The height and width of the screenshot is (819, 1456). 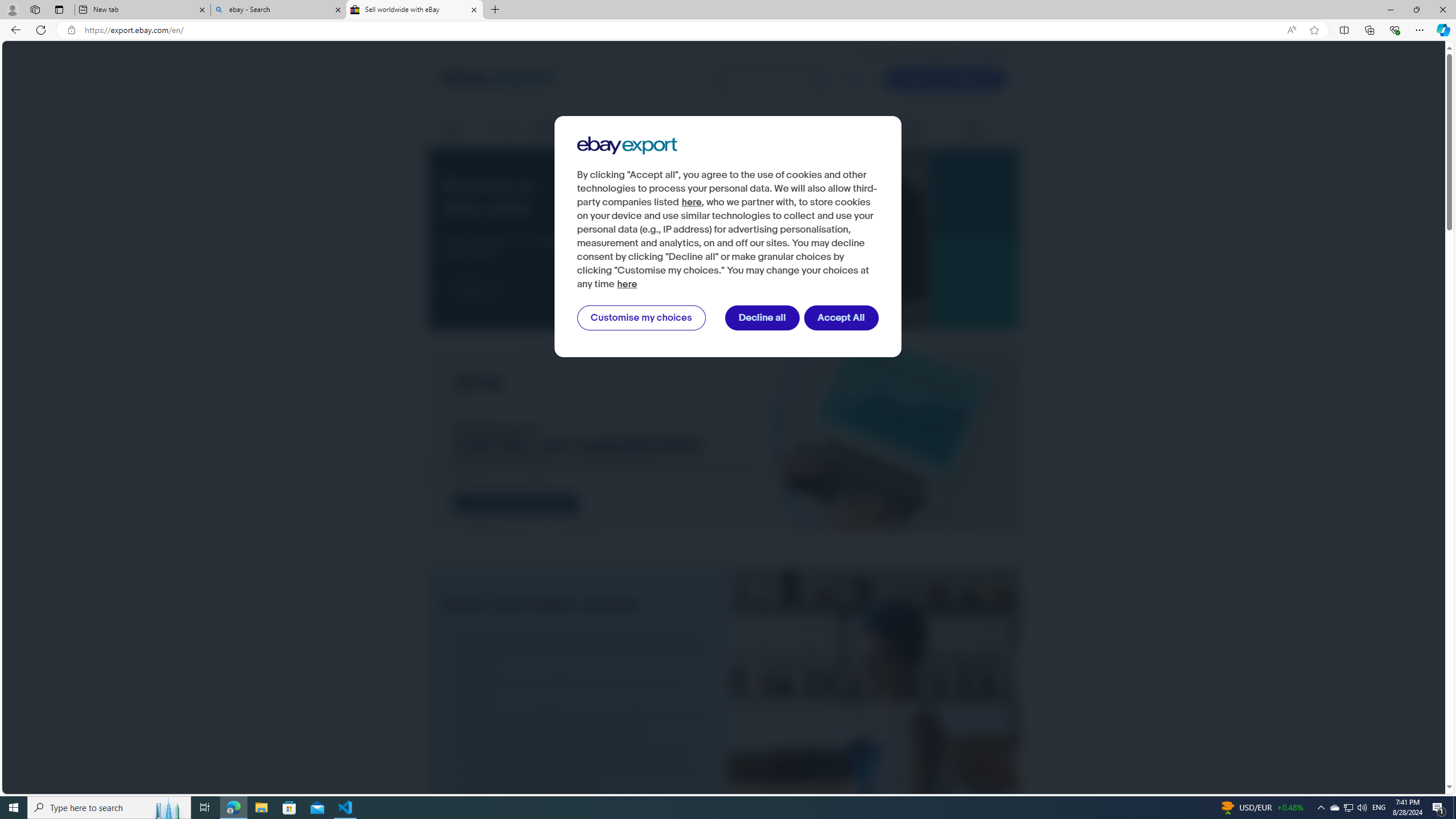 What do you see at coordinates (1002, 54) in the screenshot?
I see `'Class: header__toplink-icon'` at bounding box center [1002, 54].